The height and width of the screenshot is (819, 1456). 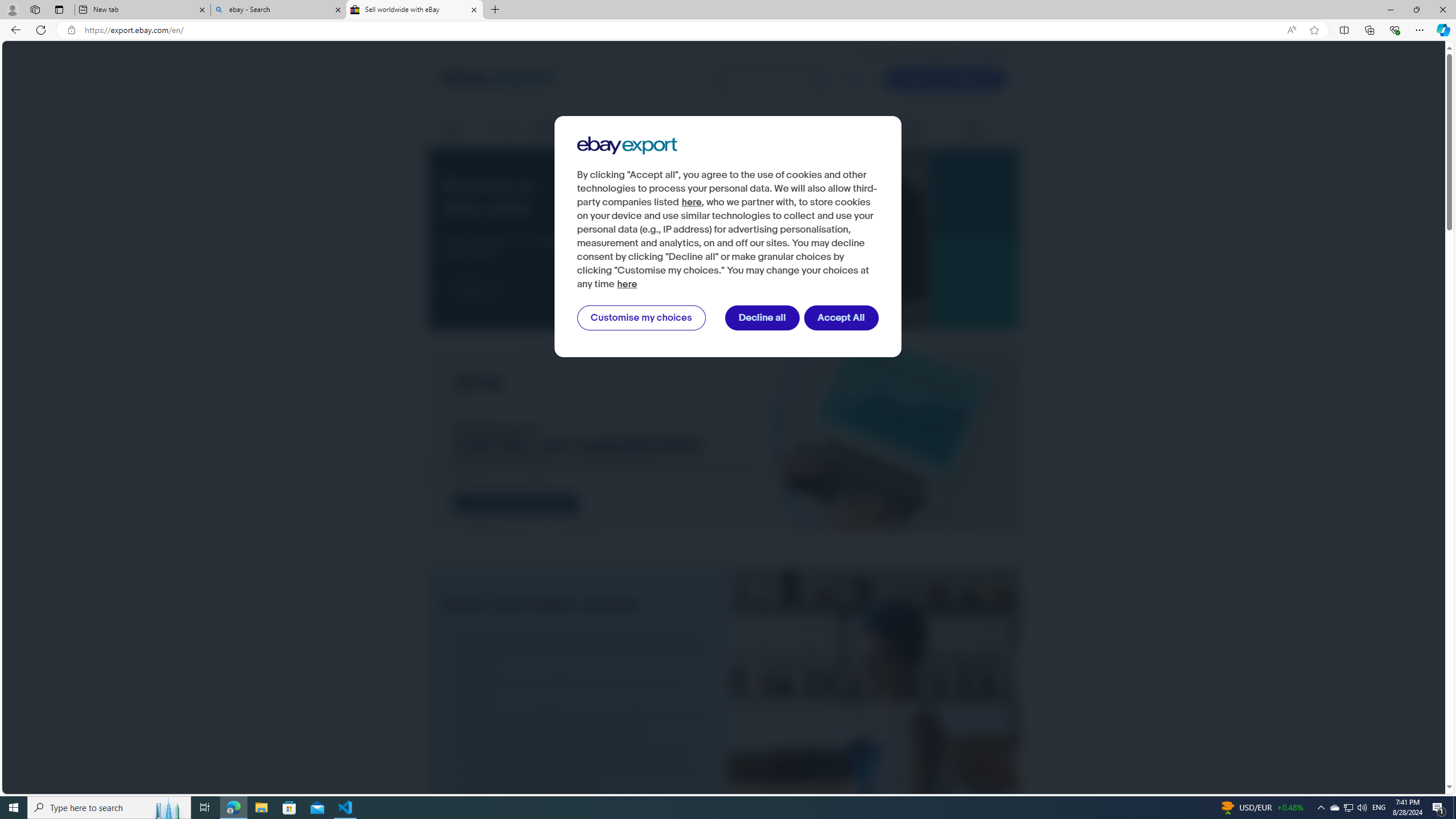 What do you see at coordinates (1002, 54) in the screenshot?
I see `'Class: header__toplink-icon'` at bounding box center [1002, 54].